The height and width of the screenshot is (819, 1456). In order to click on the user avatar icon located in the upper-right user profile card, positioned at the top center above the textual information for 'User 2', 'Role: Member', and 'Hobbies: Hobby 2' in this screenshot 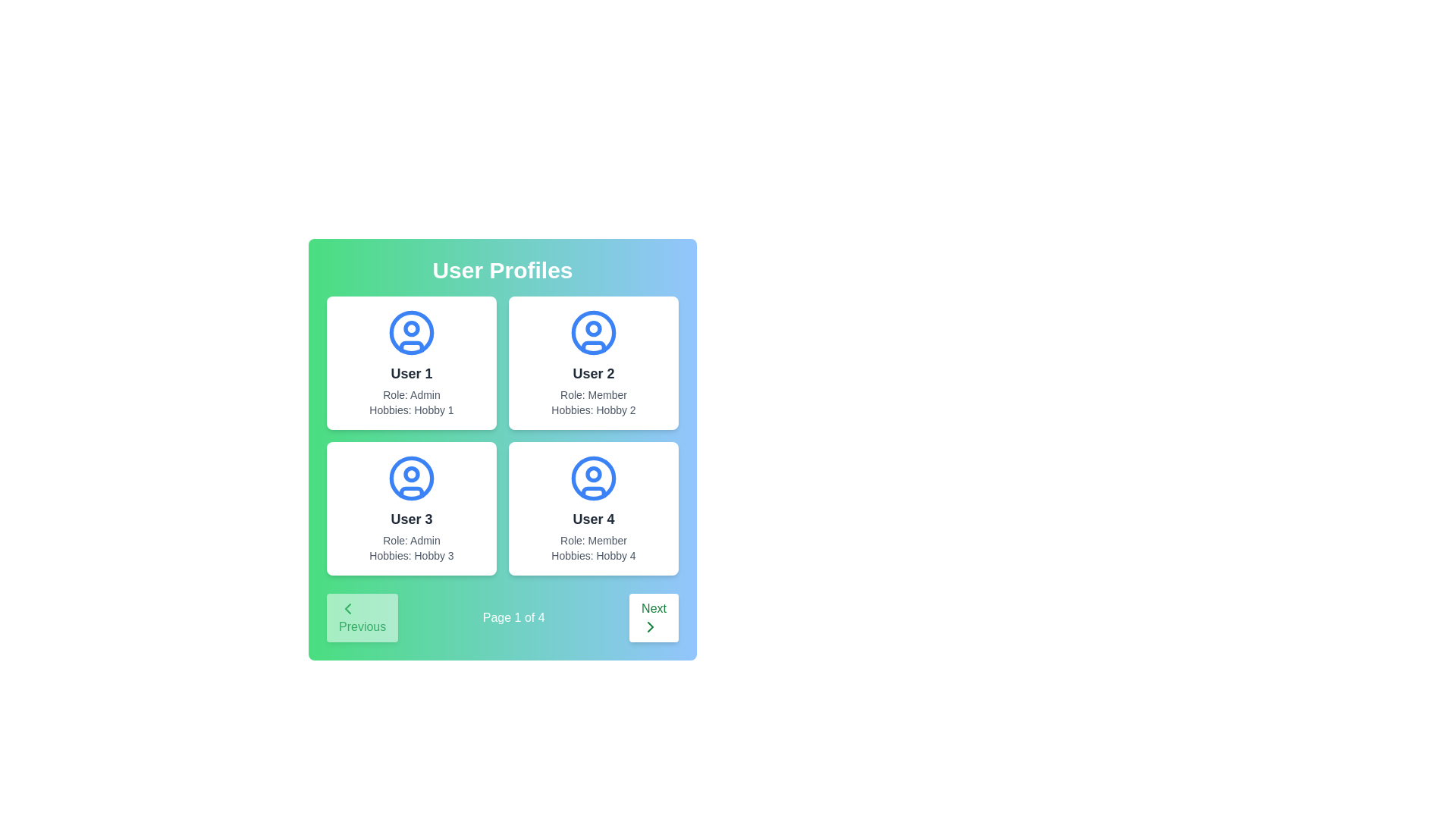, I will do `click(592, 332)`.